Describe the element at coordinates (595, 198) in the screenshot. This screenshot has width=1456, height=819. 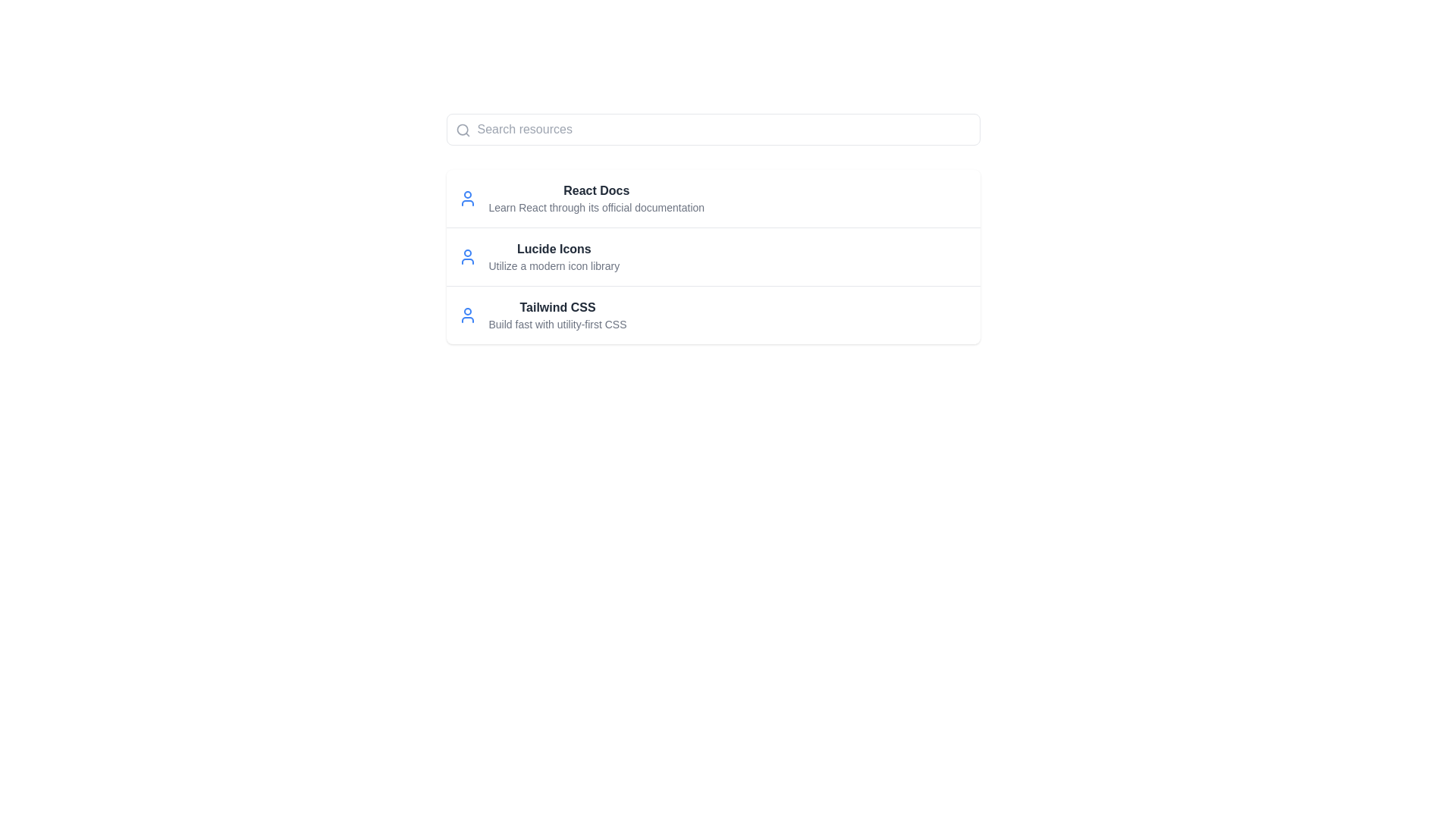
I see `list item containing 'React Docs' and its description in the documentation list interface` at that location.